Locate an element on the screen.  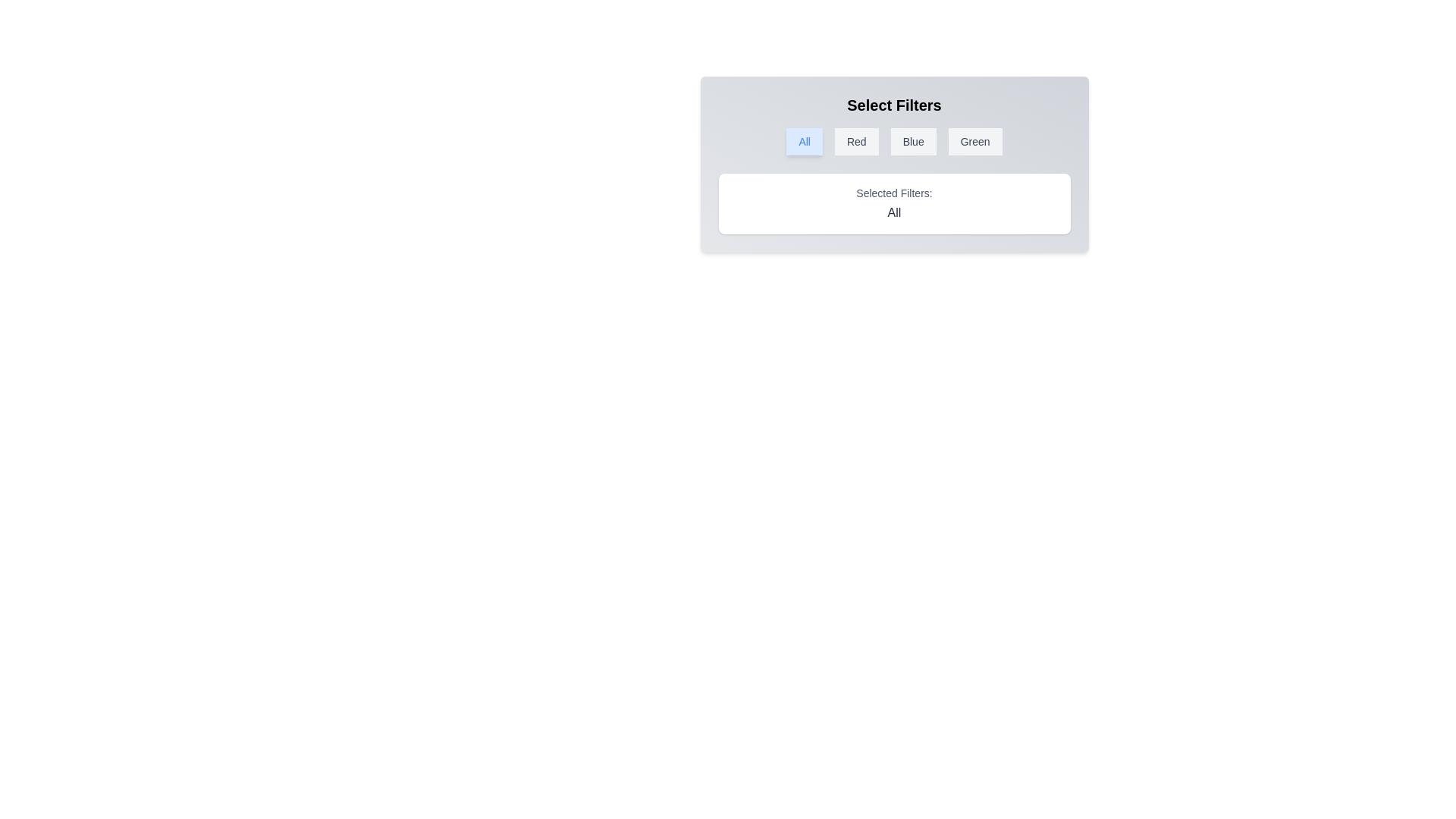
the filter button Green is located at coordinates (975, 141).